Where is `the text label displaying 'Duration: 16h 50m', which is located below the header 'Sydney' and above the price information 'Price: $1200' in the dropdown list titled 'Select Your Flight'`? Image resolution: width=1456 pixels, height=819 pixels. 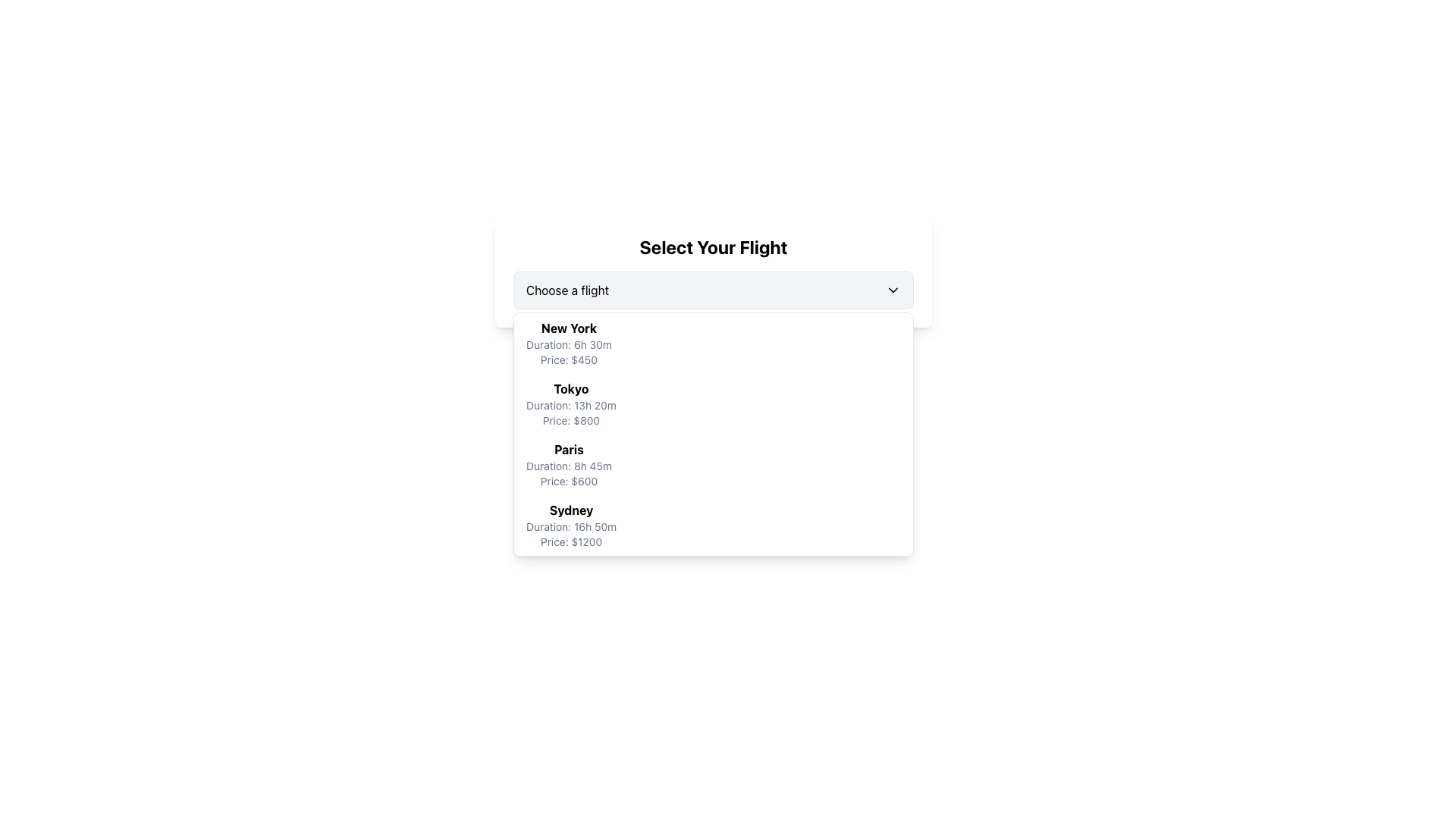
the text label displaying 'Duration: 16h 50m', which is located below the header 'Sydney' and above the price information 'Price: $1200' in the dropdown list titled 'Select Your Flight' is located at coordinates (570, 526).